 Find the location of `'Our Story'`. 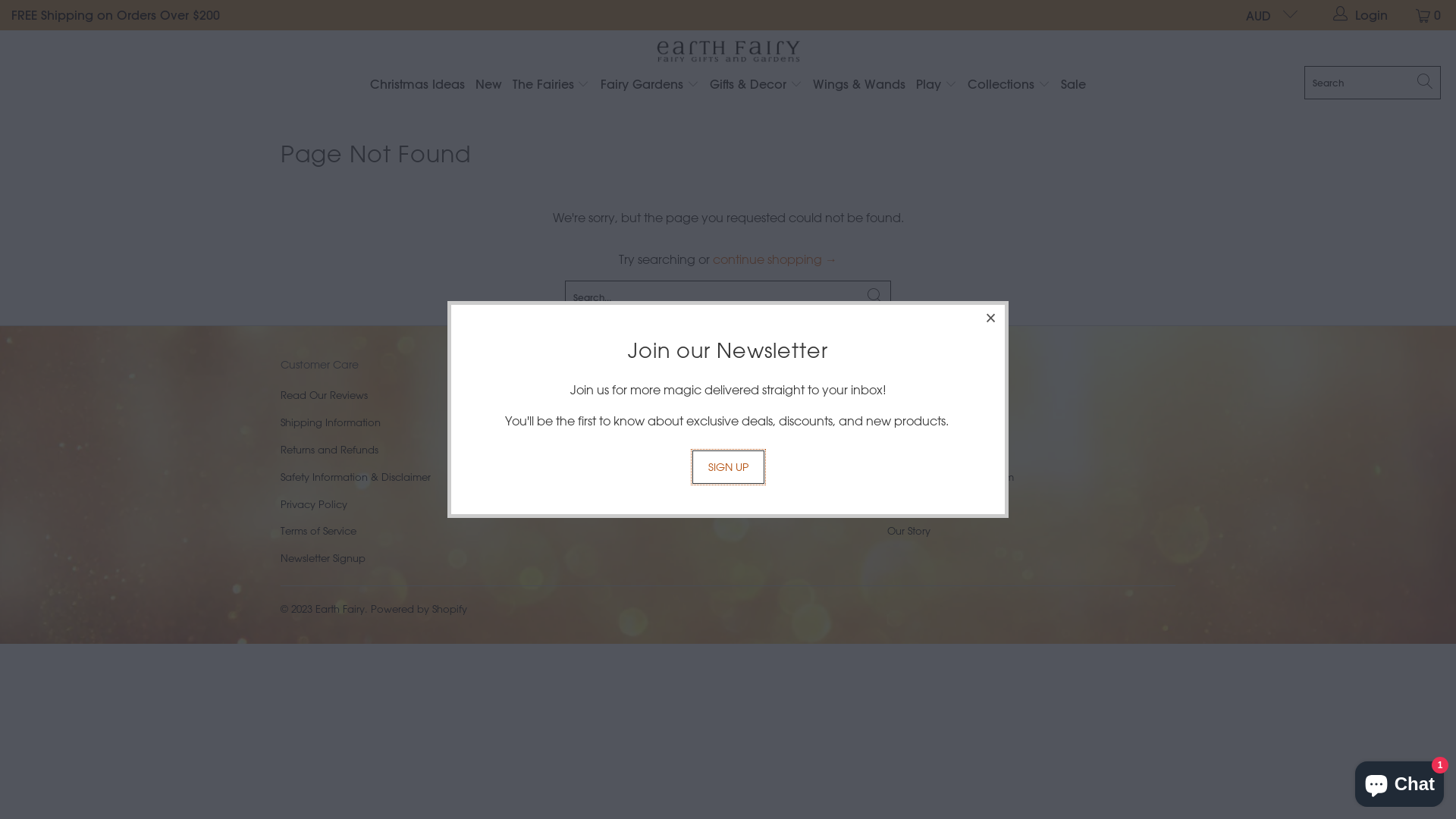

'Our Story' is located at coordinates (908, 529).